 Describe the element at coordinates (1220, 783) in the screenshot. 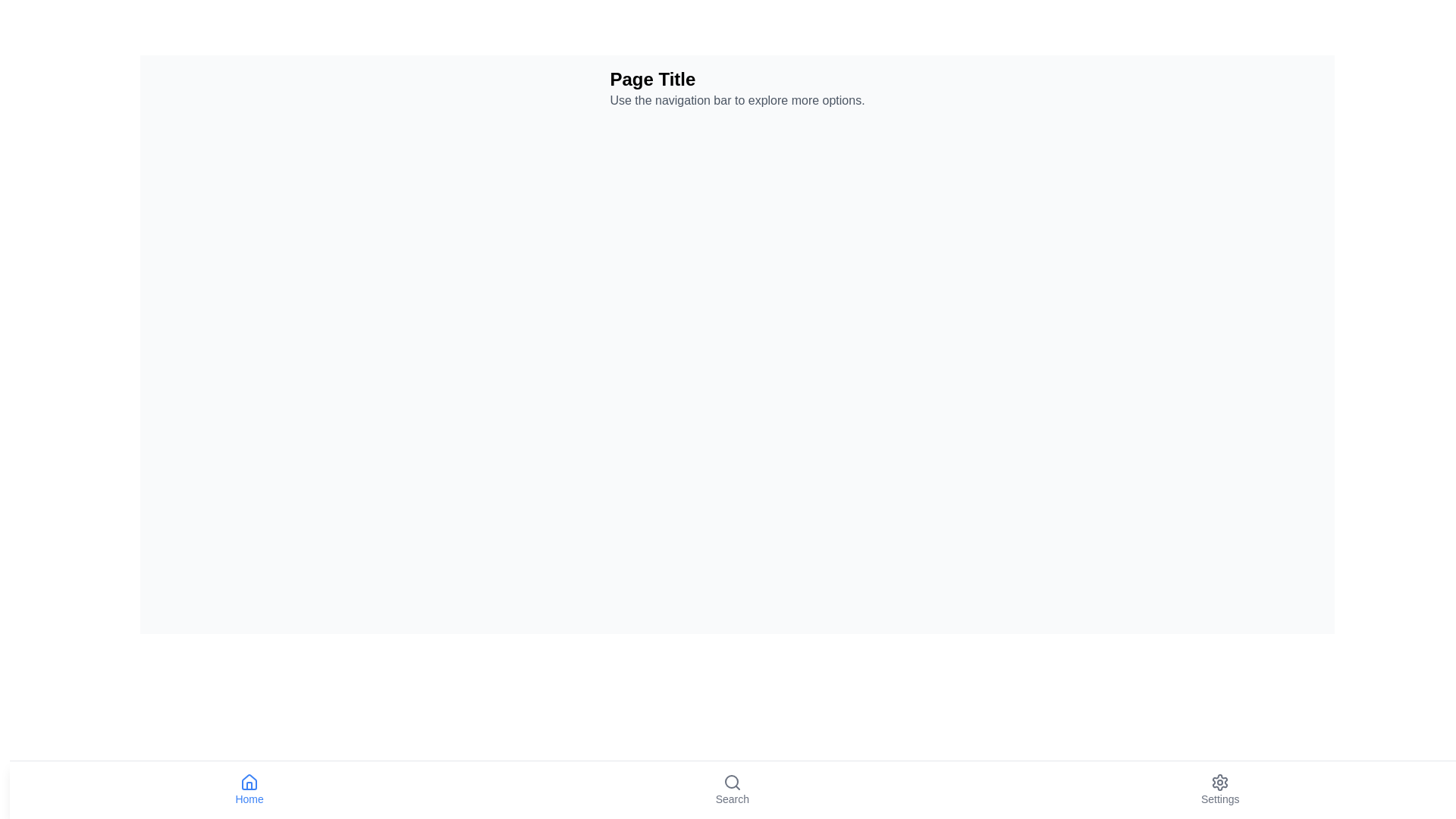

I see `the gear-shaped icon in the bottom navigation bar, which is associated with settings, located centrally within the 'Settings' button area` at that location.